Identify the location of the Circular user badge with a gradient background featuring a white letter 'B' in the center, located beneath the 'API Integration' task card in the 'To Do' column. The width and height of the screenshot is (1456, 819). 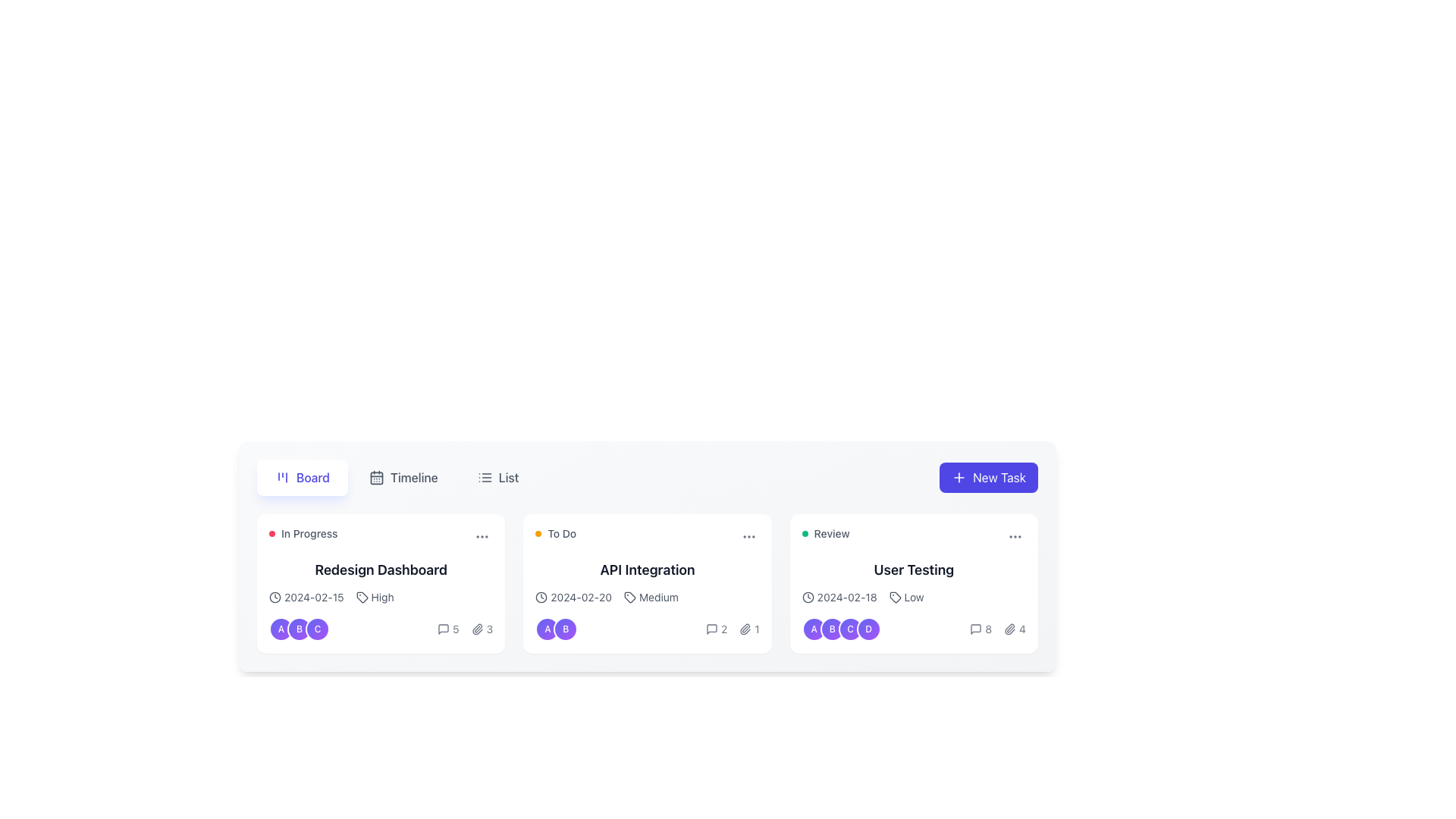
(565, 629).